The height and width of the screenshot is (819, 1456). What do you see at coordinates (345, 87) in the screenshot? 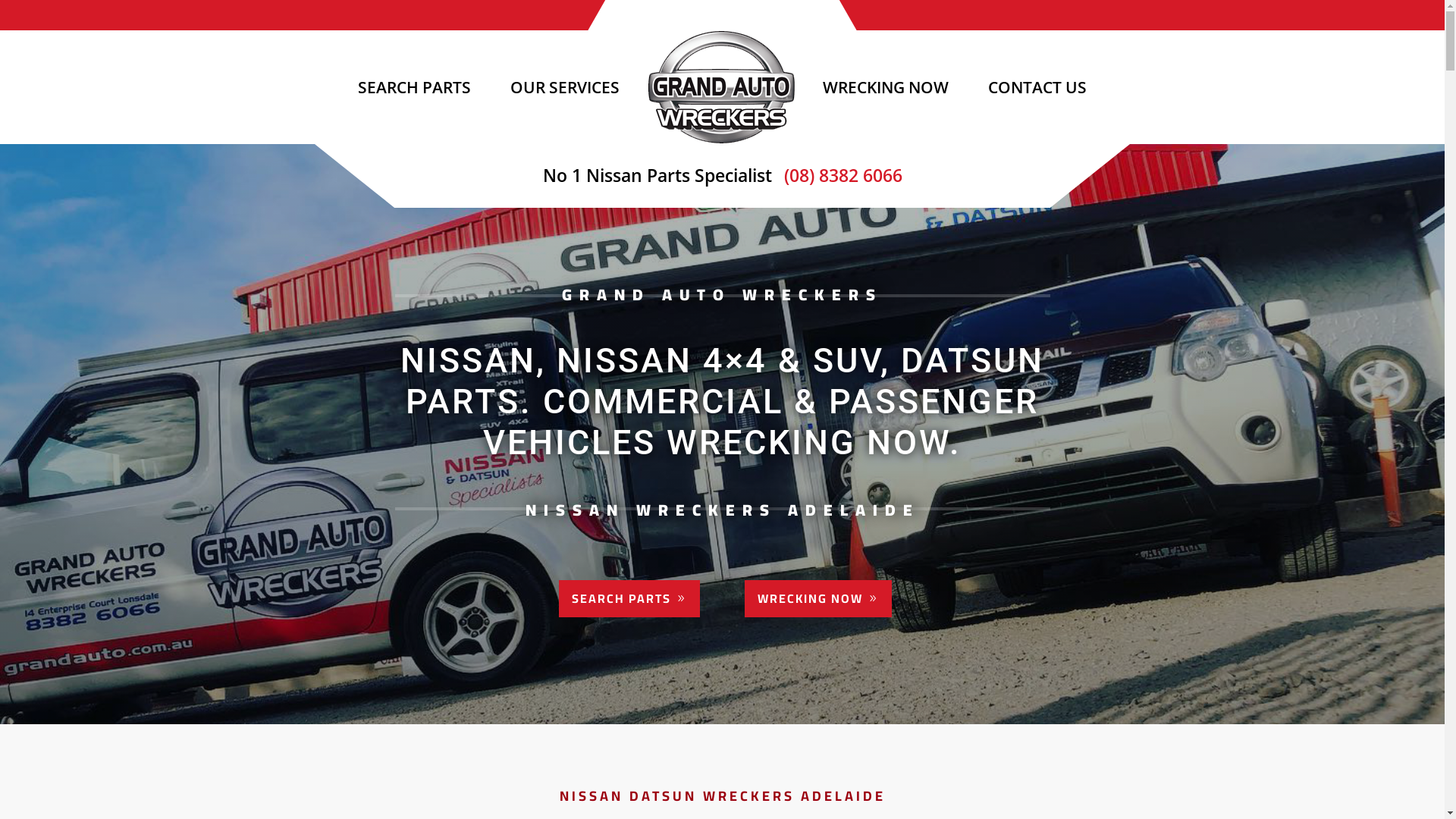
I see `'SEARCH PARTS'` at bounding box center [345, 87].